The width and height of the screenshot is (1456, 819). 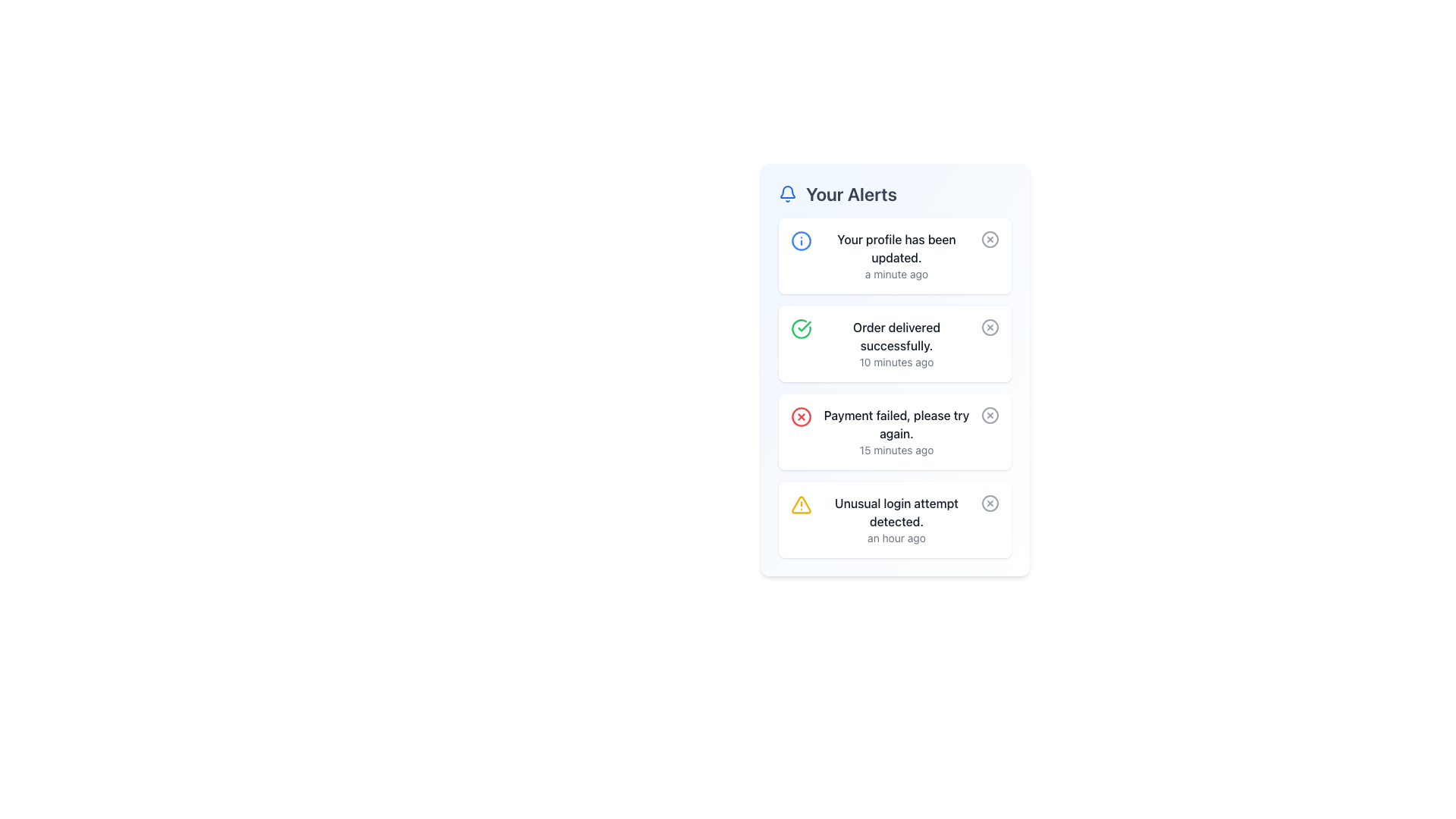 What do you see at coordinates (800, 240) in the screenshot?
I see `the circular outline of the info icon located in the top-left corner of the alerts section, which visually distinguishes the alert it represents` at bounding box center [800, 240].